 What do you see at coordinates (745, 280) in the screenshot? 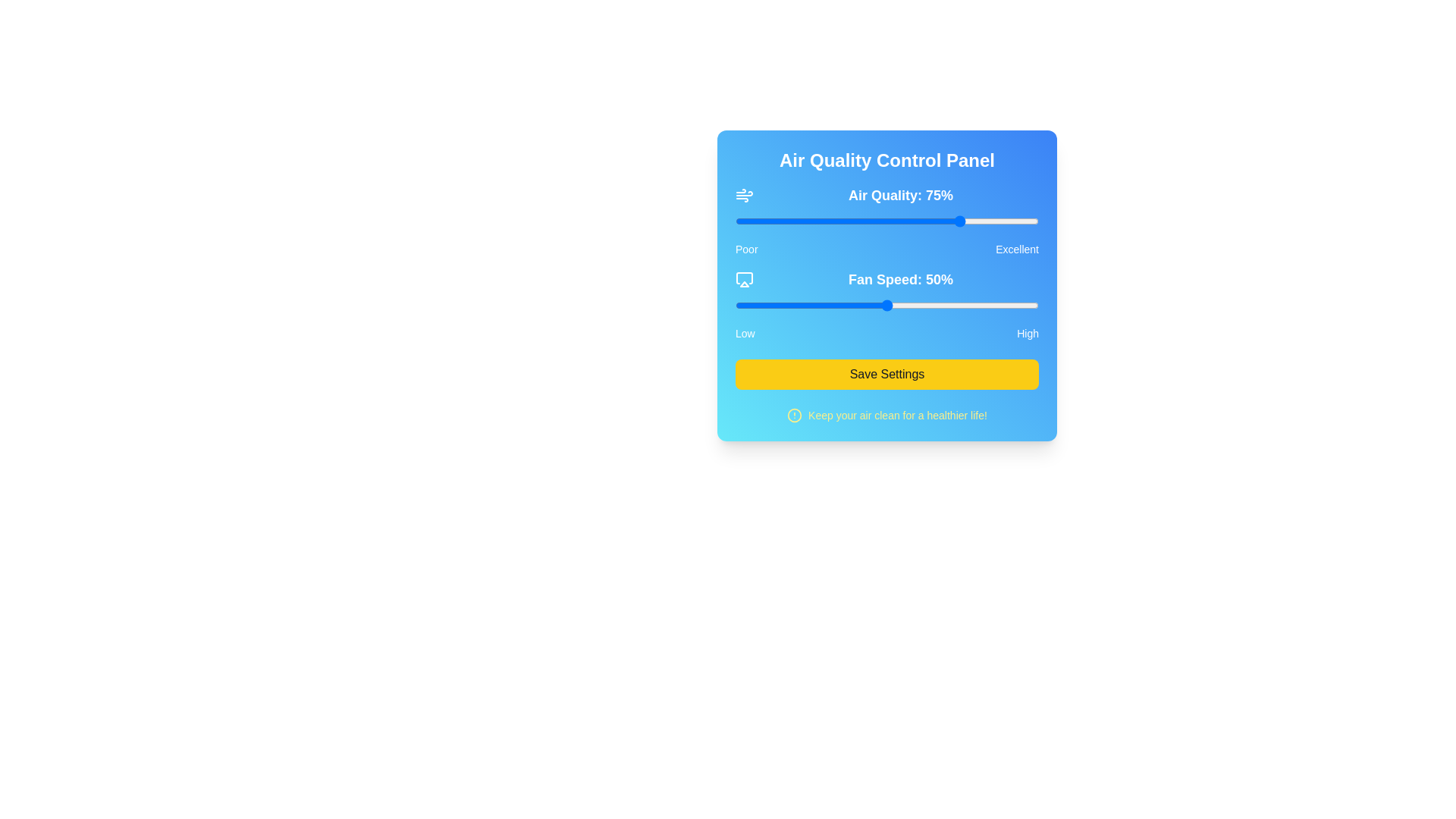
I see `the Airplay icon located to the left of the 'Fan Speed: 50%' label in the 'Fan Speed' section of the Air Quality Control Panel interface` at bounding box center [745, 280].